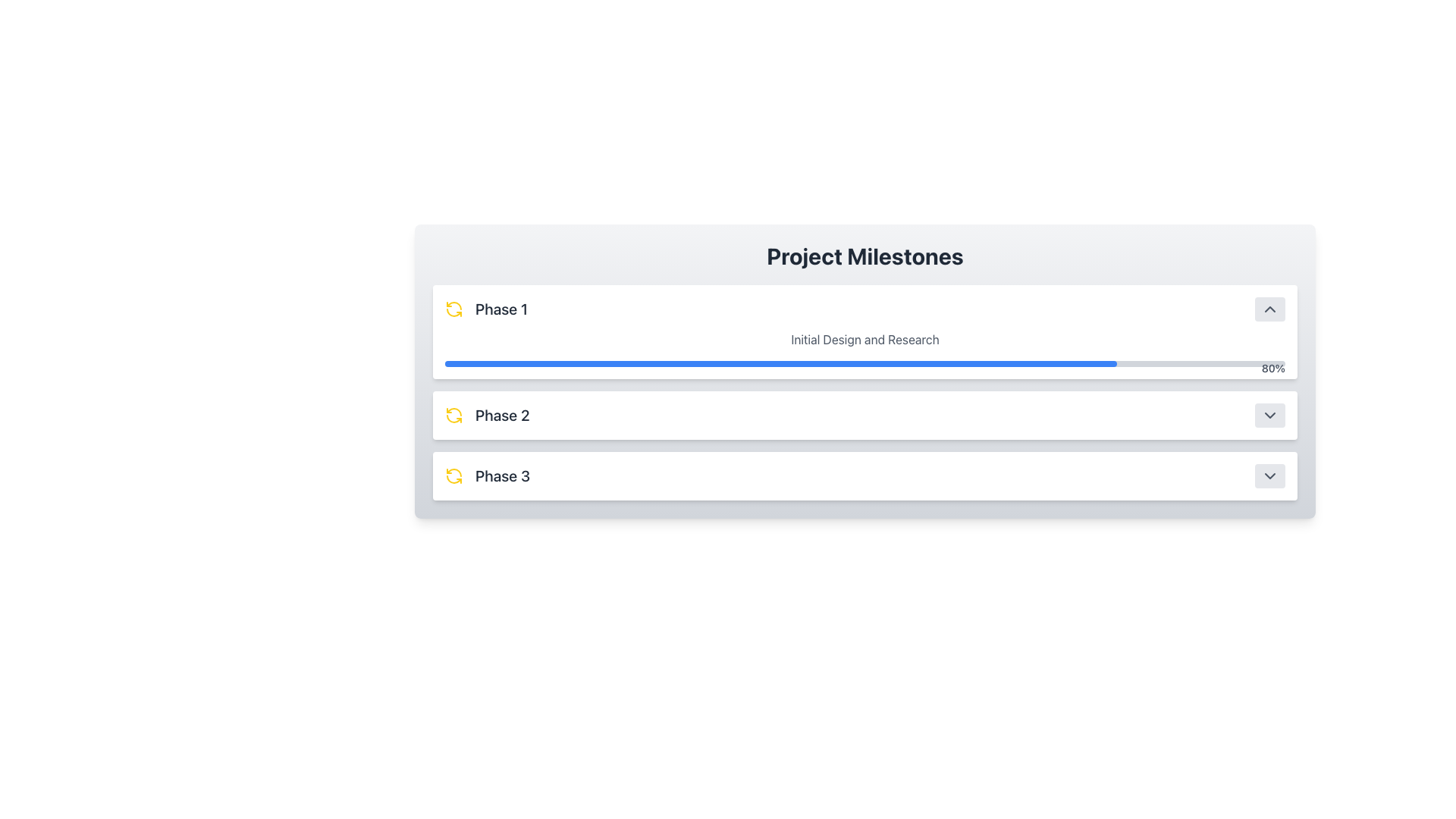 The width and height of the screenshot is (1456, 819). What do you see at coordinates (502, 415) in the screenshot?
I see `the text label displaying 'Phase 2', which is styled in a bold, larger font and located in the second card-like section of the vertical stack between 'Phase 1' and 'Phase 3'` at bounding box center [502, 415].